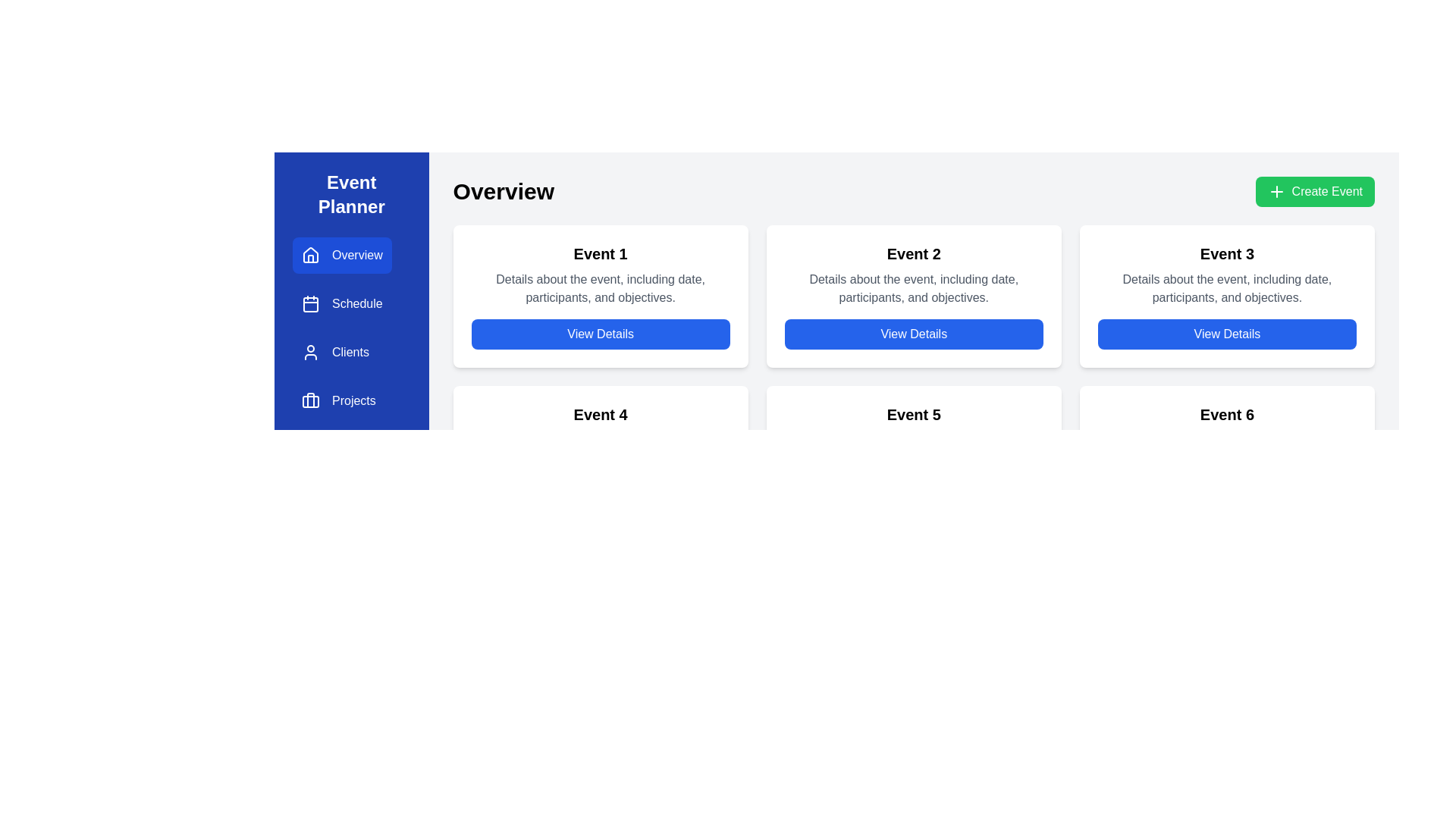 This screenshot has height=819, width=1456. What do you see at coordinates (341, 254) in the screenshot?
I see `the 'Overview' button, which is a rectangular button with a blue background and a white house icon, located in the vertical navigation menu on the left side of the interface` at bounding box center [341, 254].